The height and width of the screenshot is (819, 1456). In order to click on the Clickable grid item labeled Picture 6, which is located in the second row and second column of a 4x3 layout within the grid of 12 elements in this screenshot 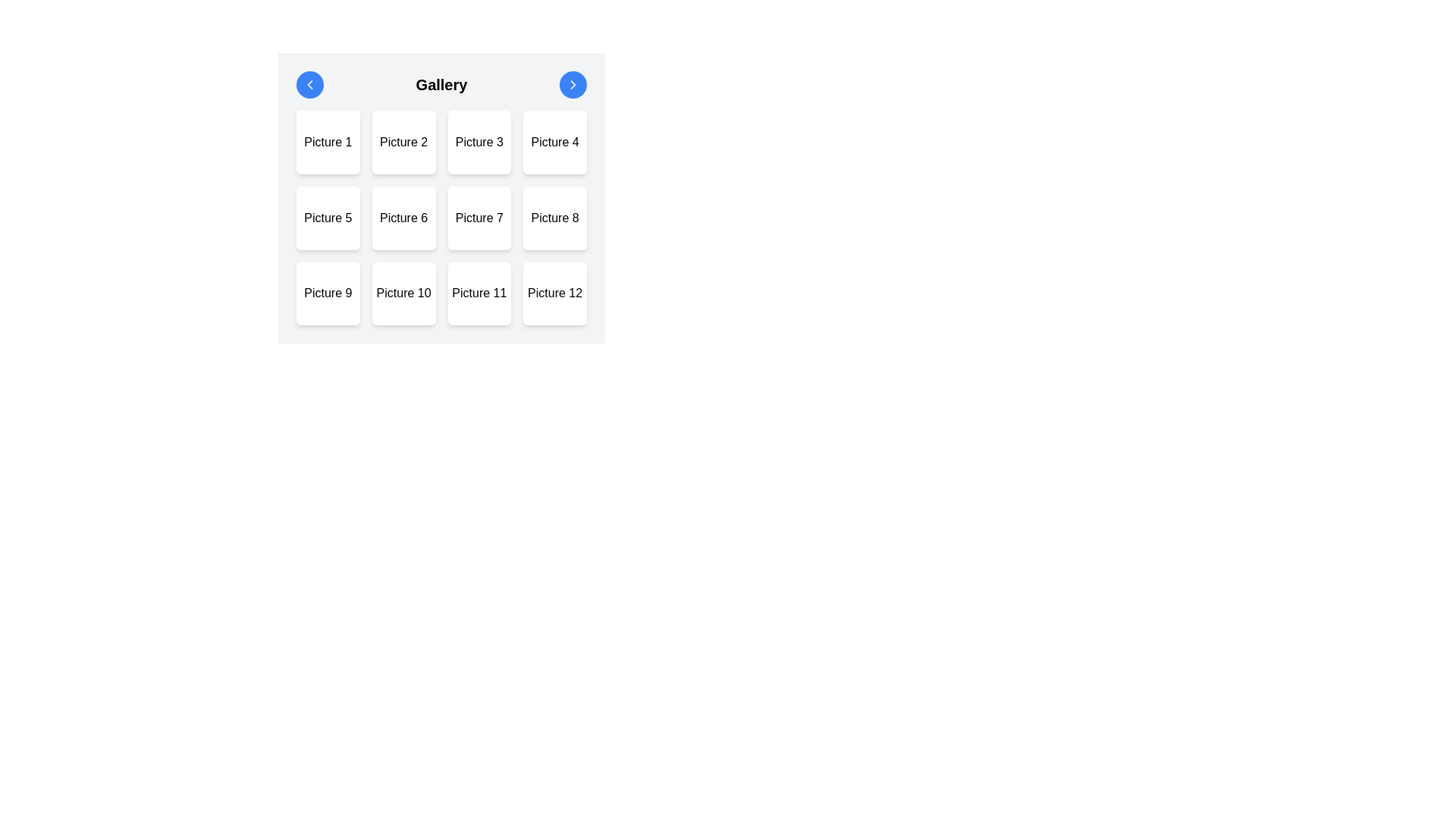, I will do `click(441, 218)`.